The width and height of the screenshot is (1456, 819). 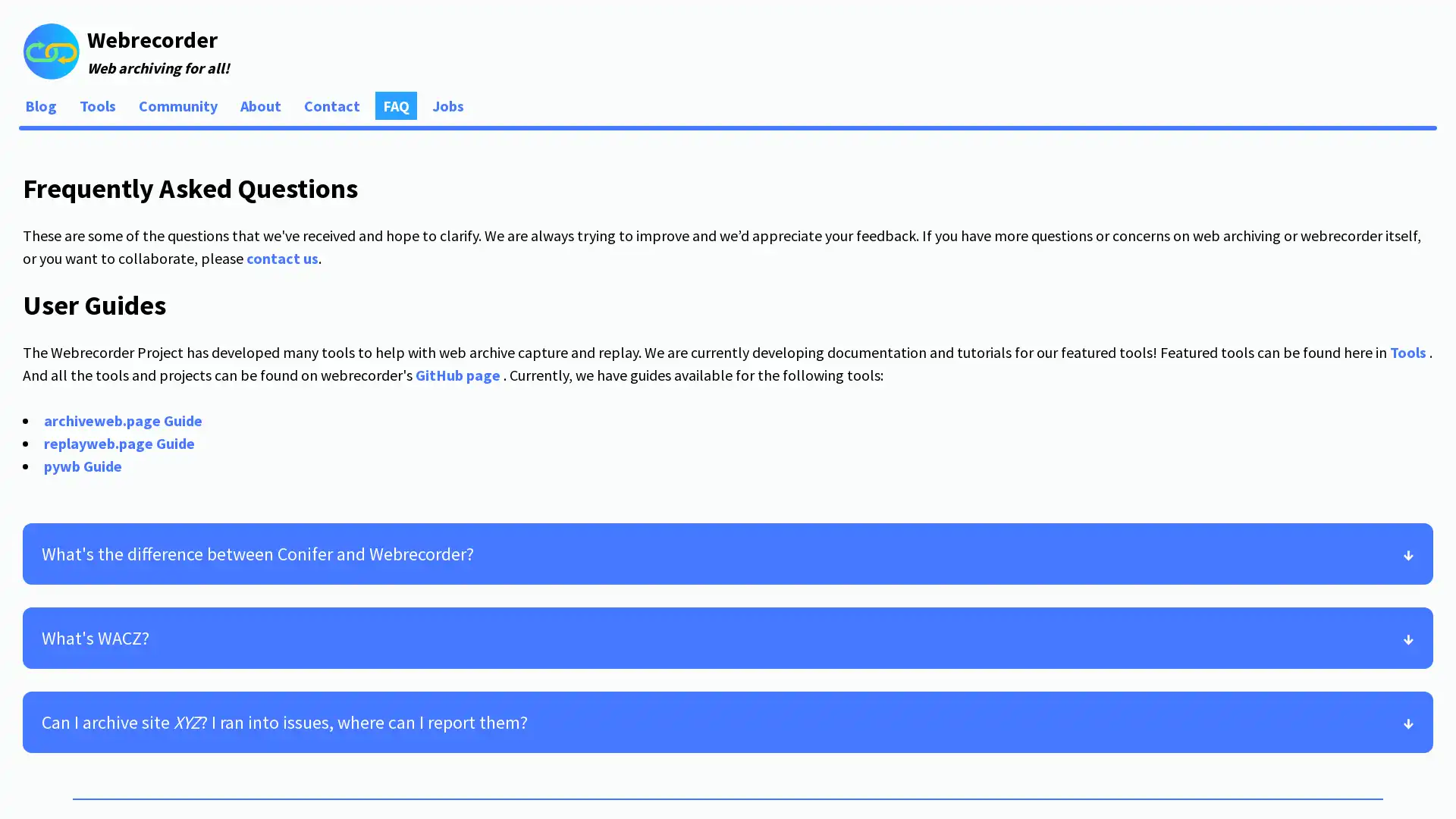 What do you see at coordinates (728, 553) in the screenshot?
I see `What's the difference between Conifer and Webrecorder?` at bounding box center [728, 553].